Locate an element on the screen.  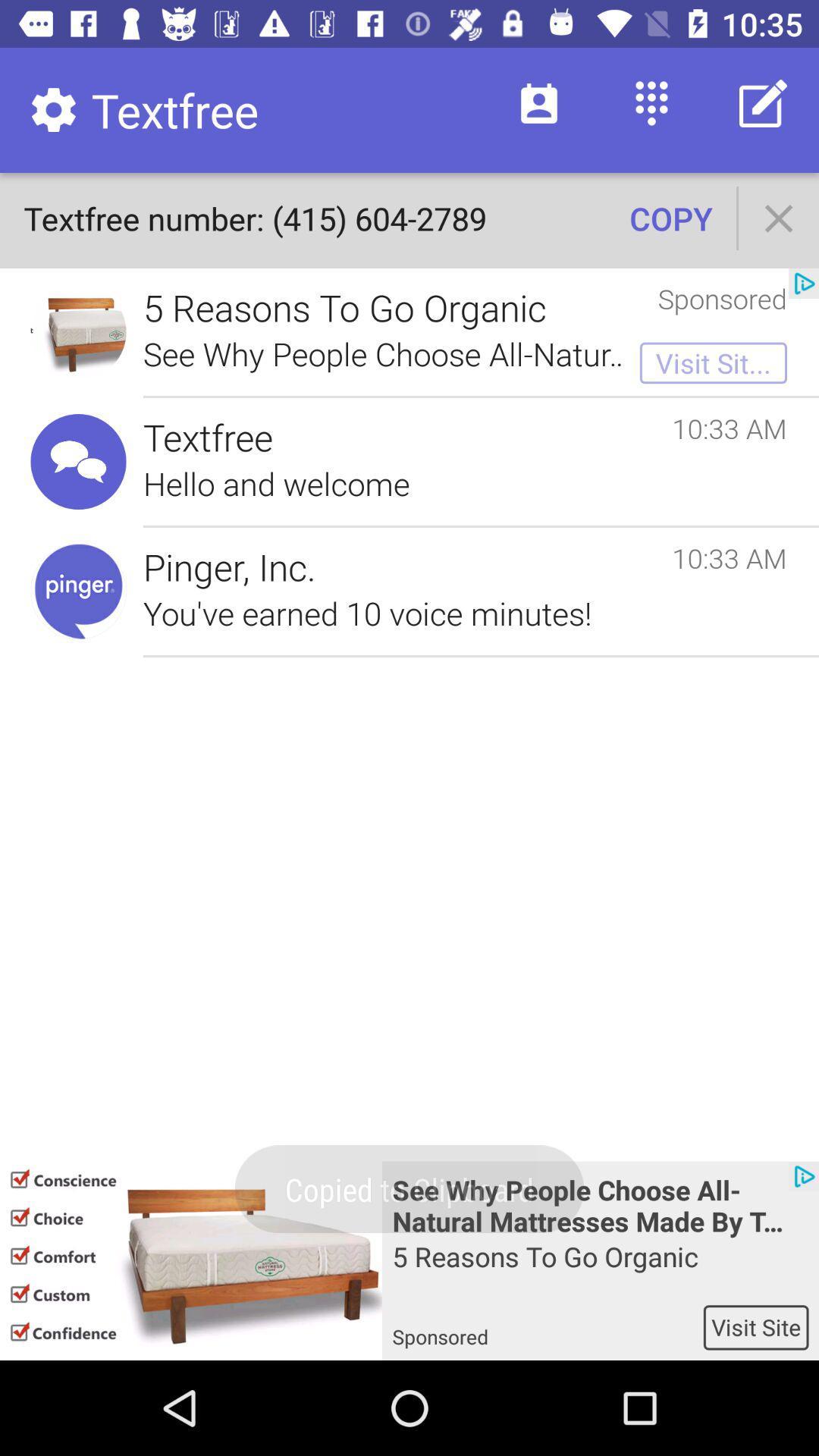
the text on the advertisement above the text sponsored on the web page is located at coordinates (600, 1271).